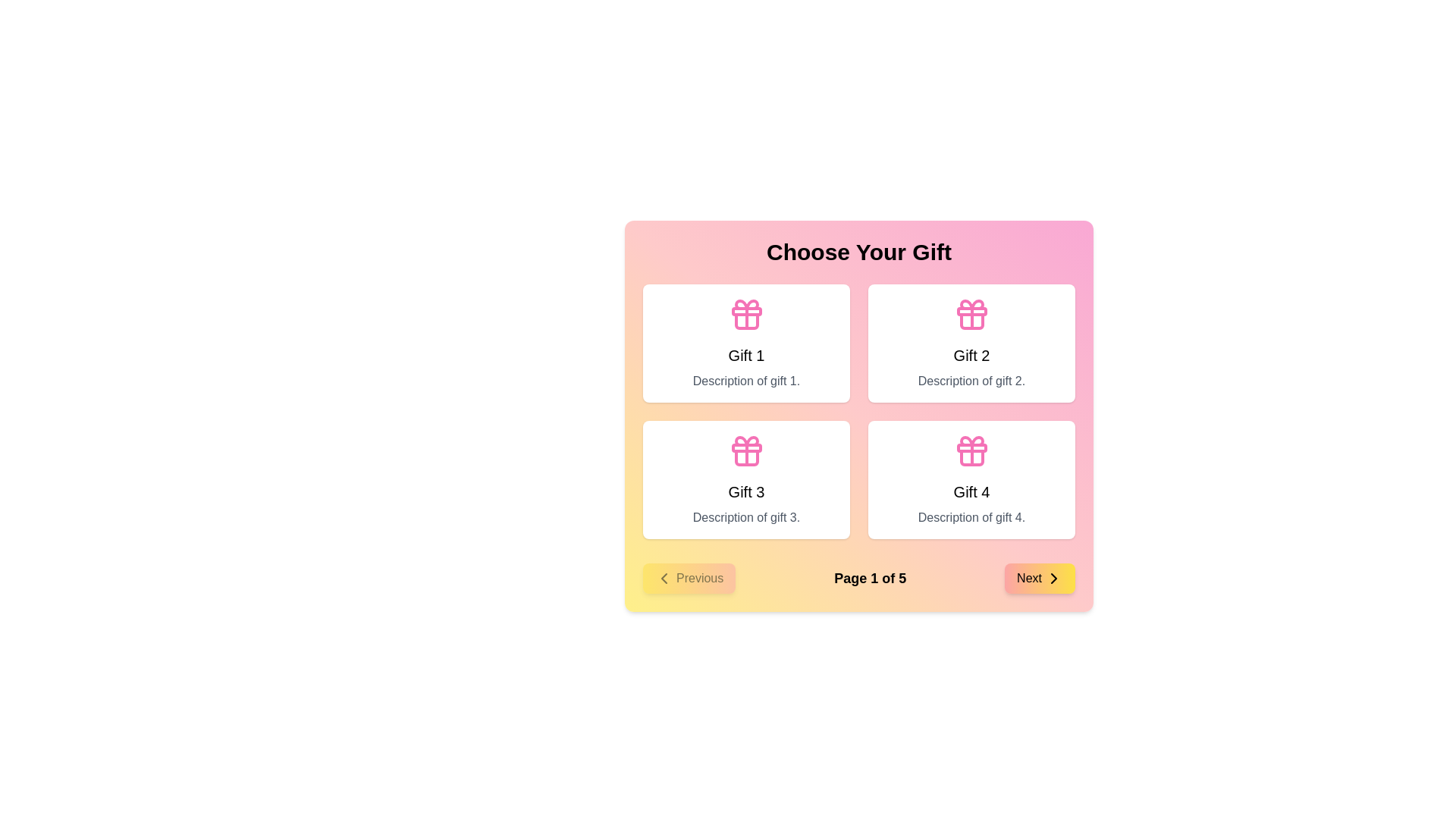 This screenshot has width=1456, height=819. What do you see at coordinates (746, 356) in the screenshot?
I see `the static text label reading 'Gift 1', which is centrally aligned in the top-left card of a 2x2 grid layout` at bounding box center [746, 356].